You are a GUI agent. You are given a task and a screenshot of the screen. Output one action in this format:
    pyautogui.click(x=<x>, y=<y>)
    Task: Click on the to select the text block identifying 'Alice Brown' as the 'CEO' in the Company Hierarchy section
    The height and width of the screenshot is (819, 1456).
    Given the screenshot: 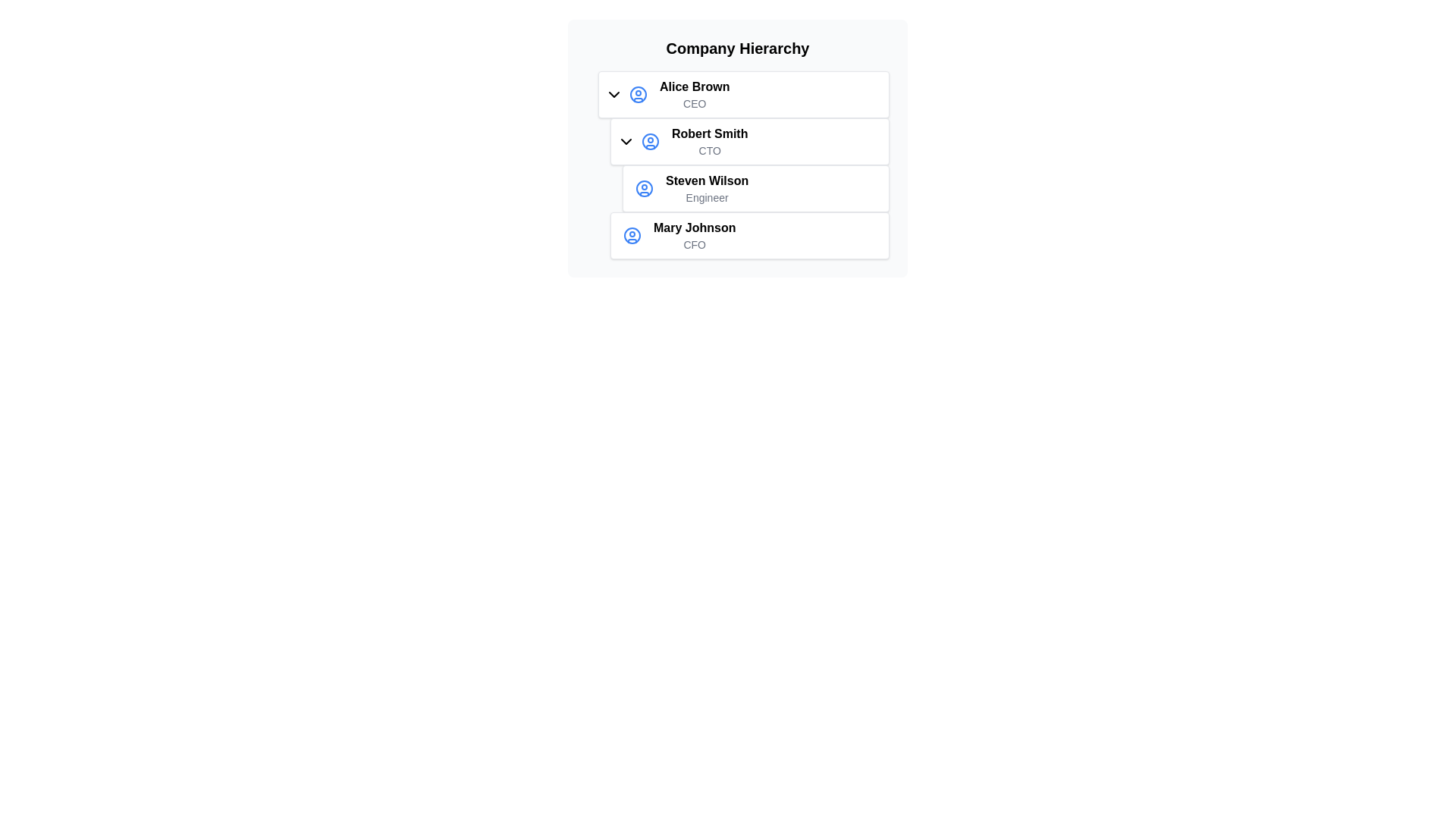 What is the action you would take?
    pyautogui.click(x=694, y=94)
    